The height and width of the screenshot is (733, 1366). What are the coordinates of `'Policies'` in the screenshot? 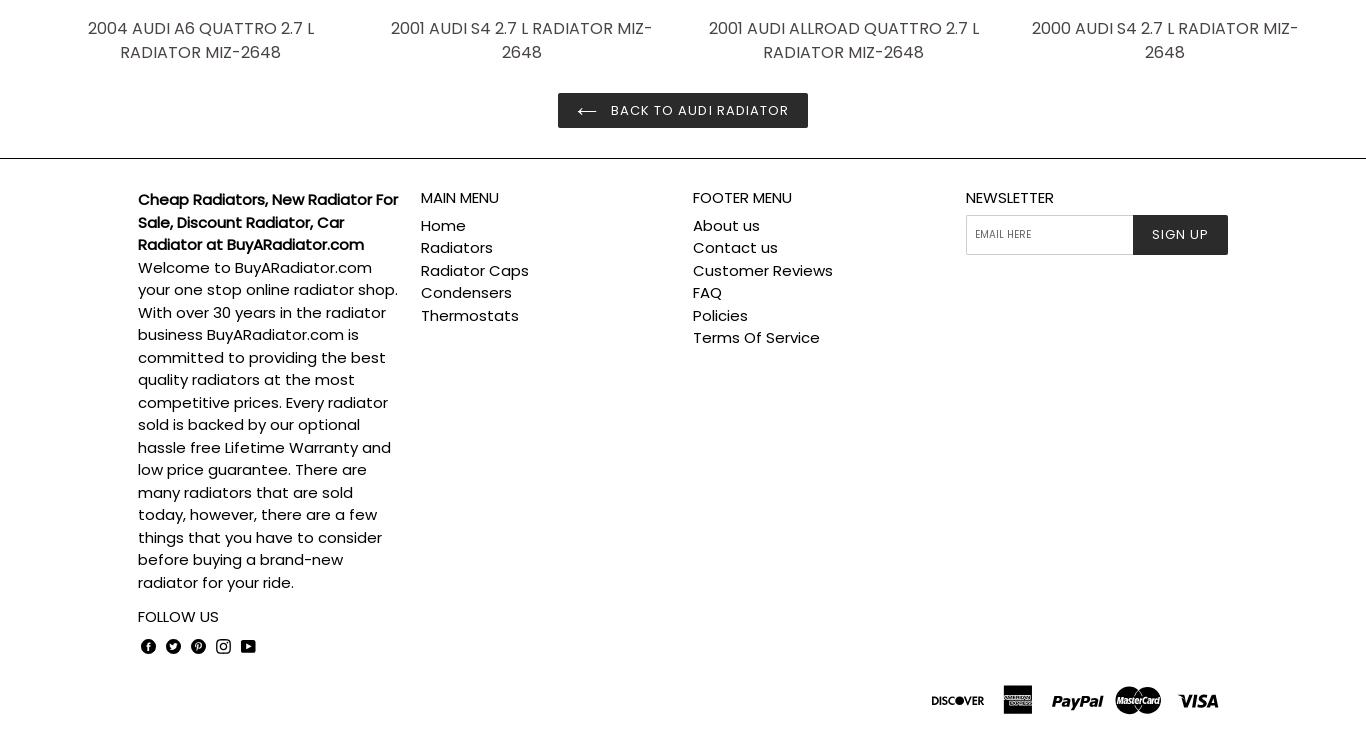 It's located at (720, 313).